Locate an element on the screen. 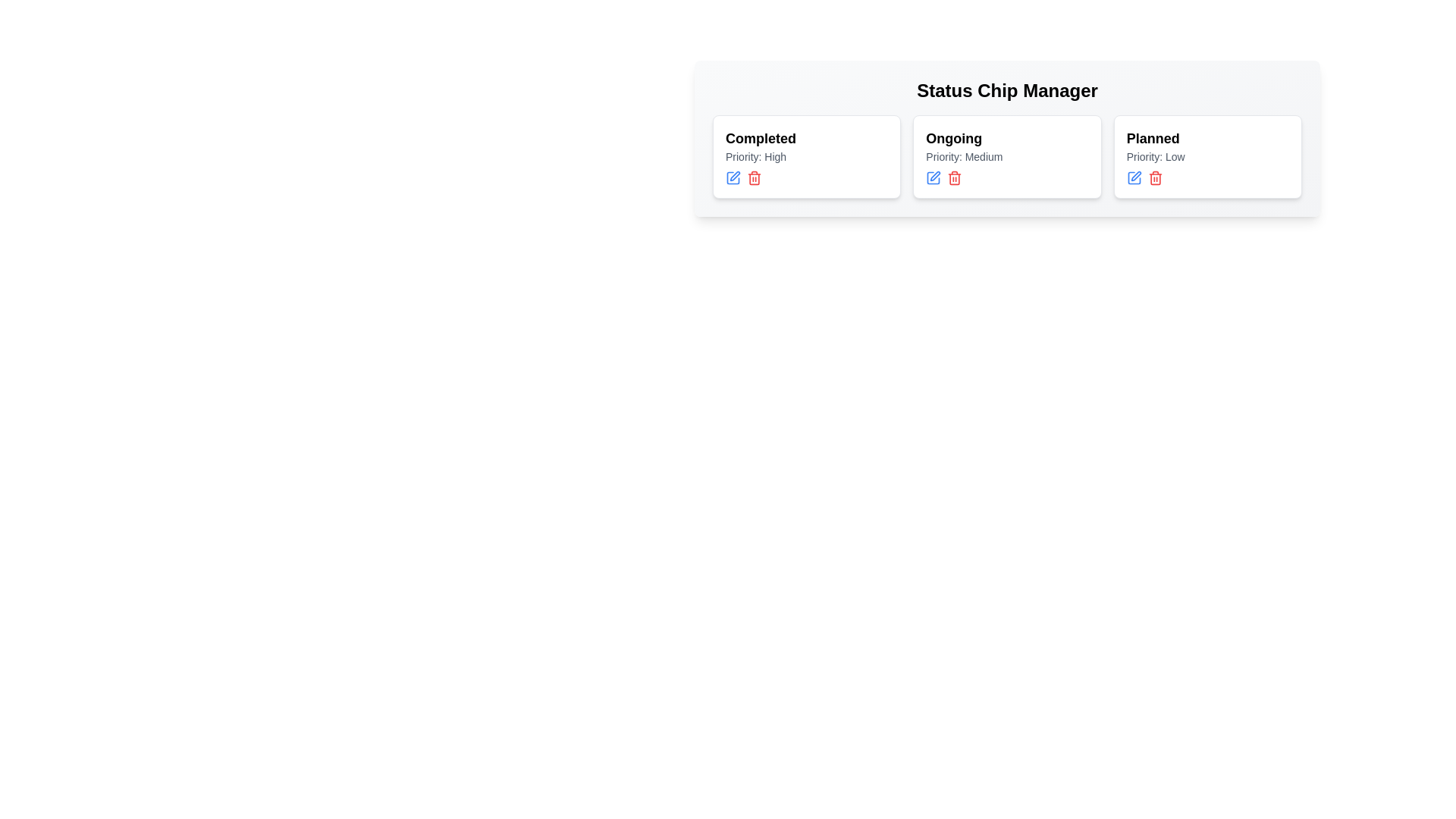 This screenshot has width=1456, height=819. the trash icon of the chip labeled Completed to delete it is located at coordinates (754, 177).